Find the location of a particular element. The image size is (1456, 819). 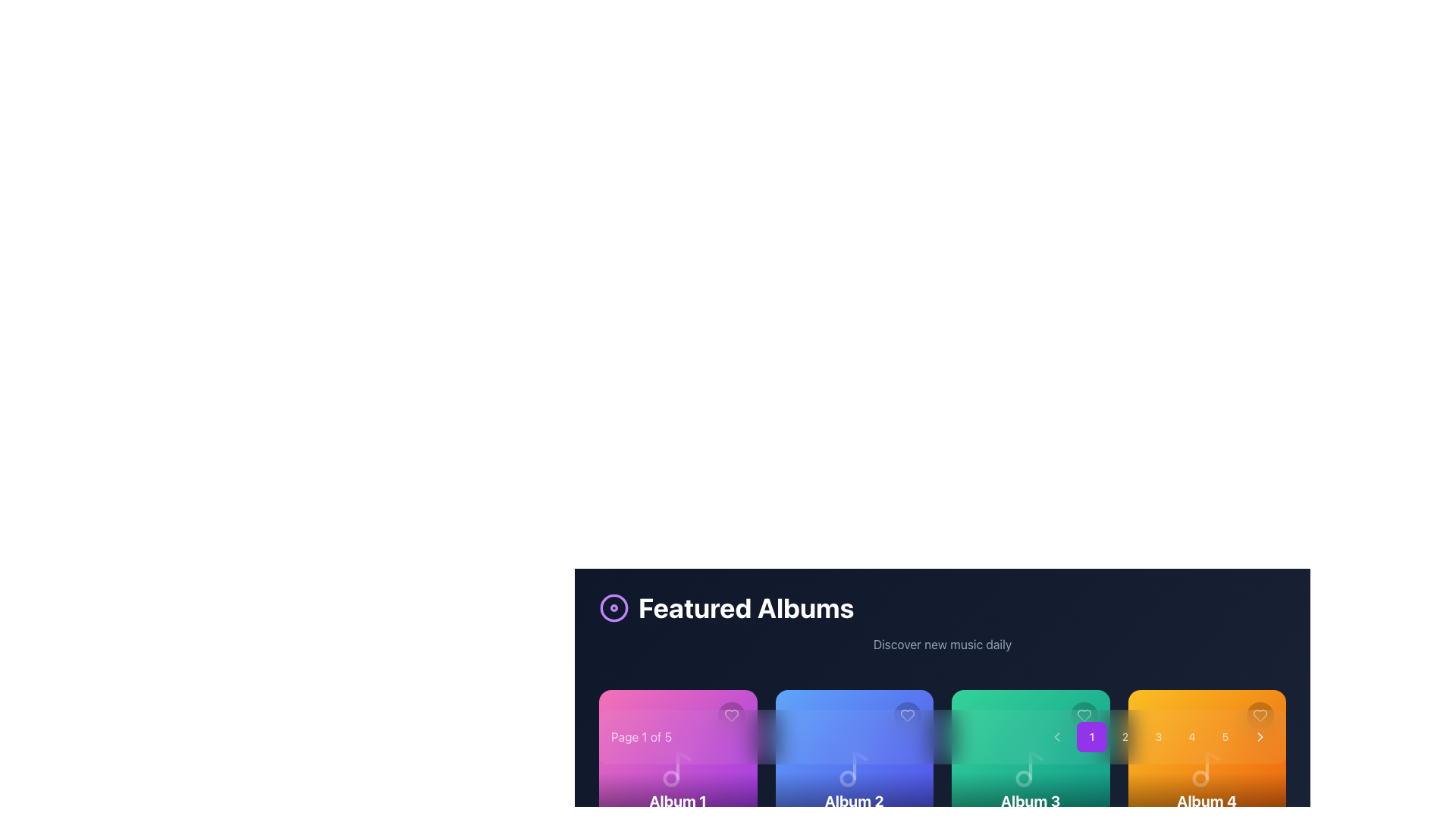

the circular button labeled '3', which is styled with rounded corners and changes background on hover, located in the bottom-central area of the interface is located at coordinates (1157, 736).